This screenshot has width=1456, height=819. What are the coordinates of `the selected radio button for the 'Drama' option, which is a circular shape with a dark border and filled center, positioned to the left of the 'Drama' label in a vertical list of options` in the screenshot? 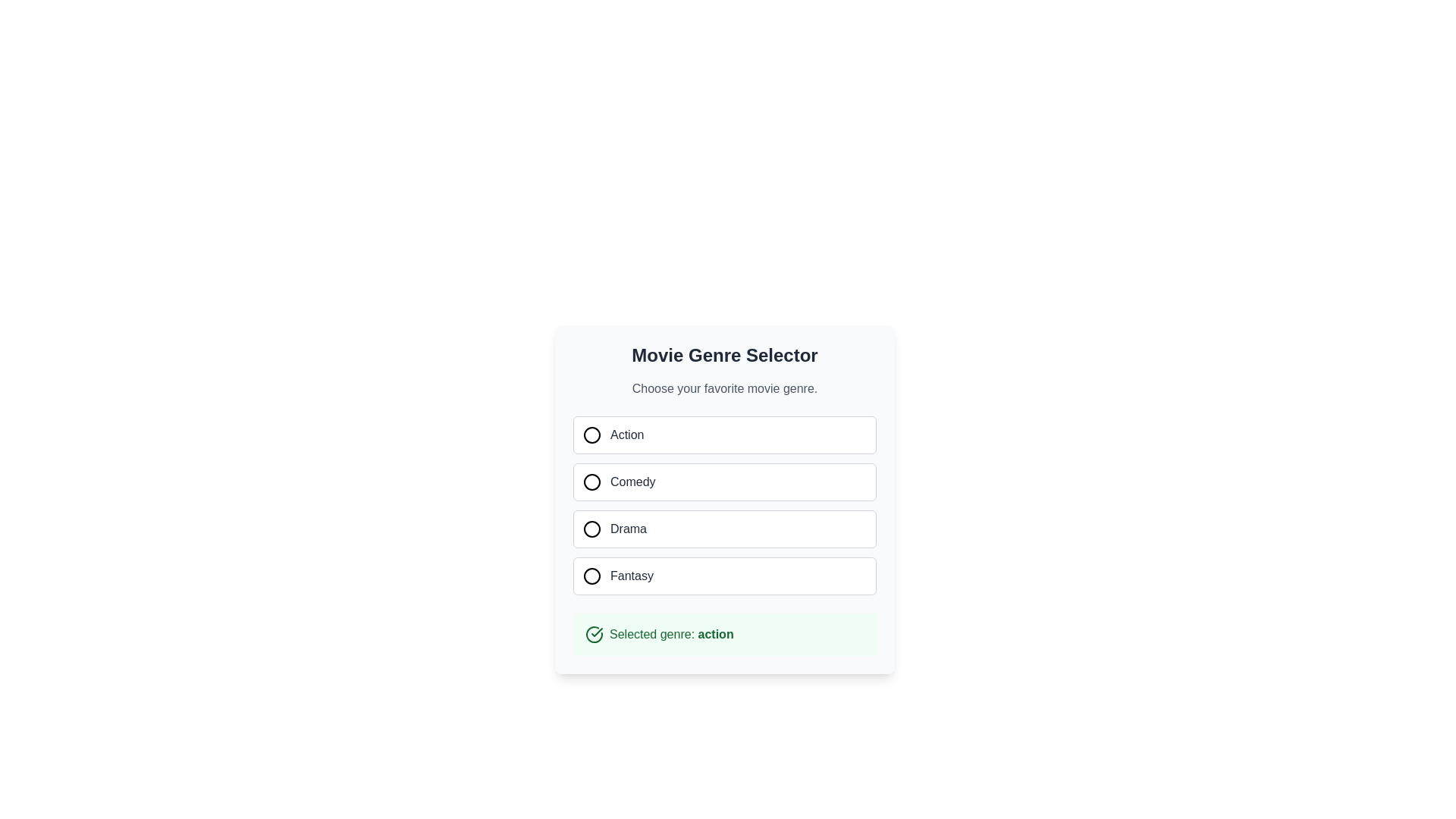 It's located at (591, 529).